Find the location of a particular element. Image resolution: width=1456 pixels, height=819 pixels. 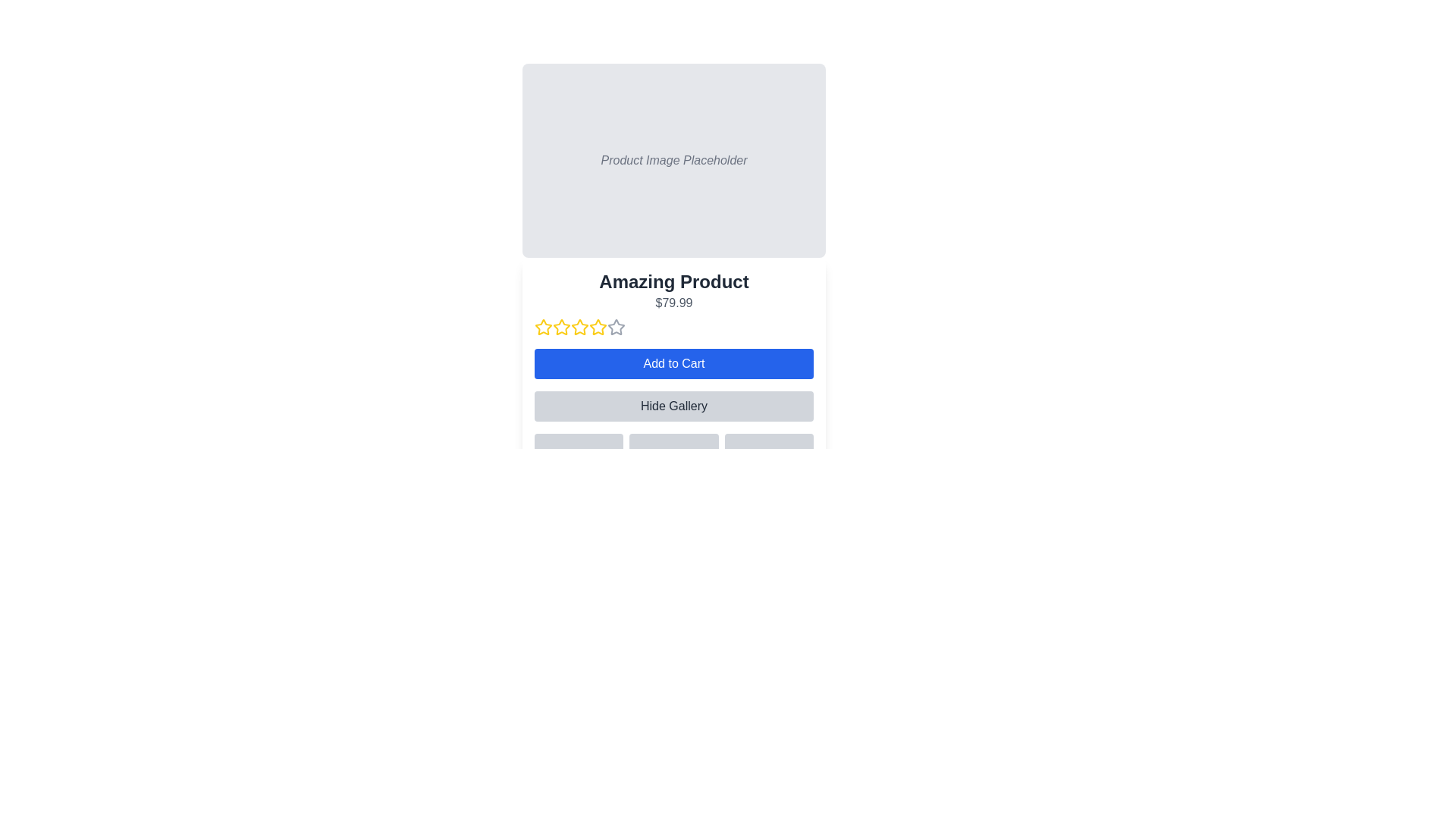

the Image placeholder, which is a rectangular area with a grey background and rounded corners, containing centered italic text stating 'Product Image Placeholder'. It is located at the top section of a product card layout, directly above the product title and price information is located at coordinates (673, 161).